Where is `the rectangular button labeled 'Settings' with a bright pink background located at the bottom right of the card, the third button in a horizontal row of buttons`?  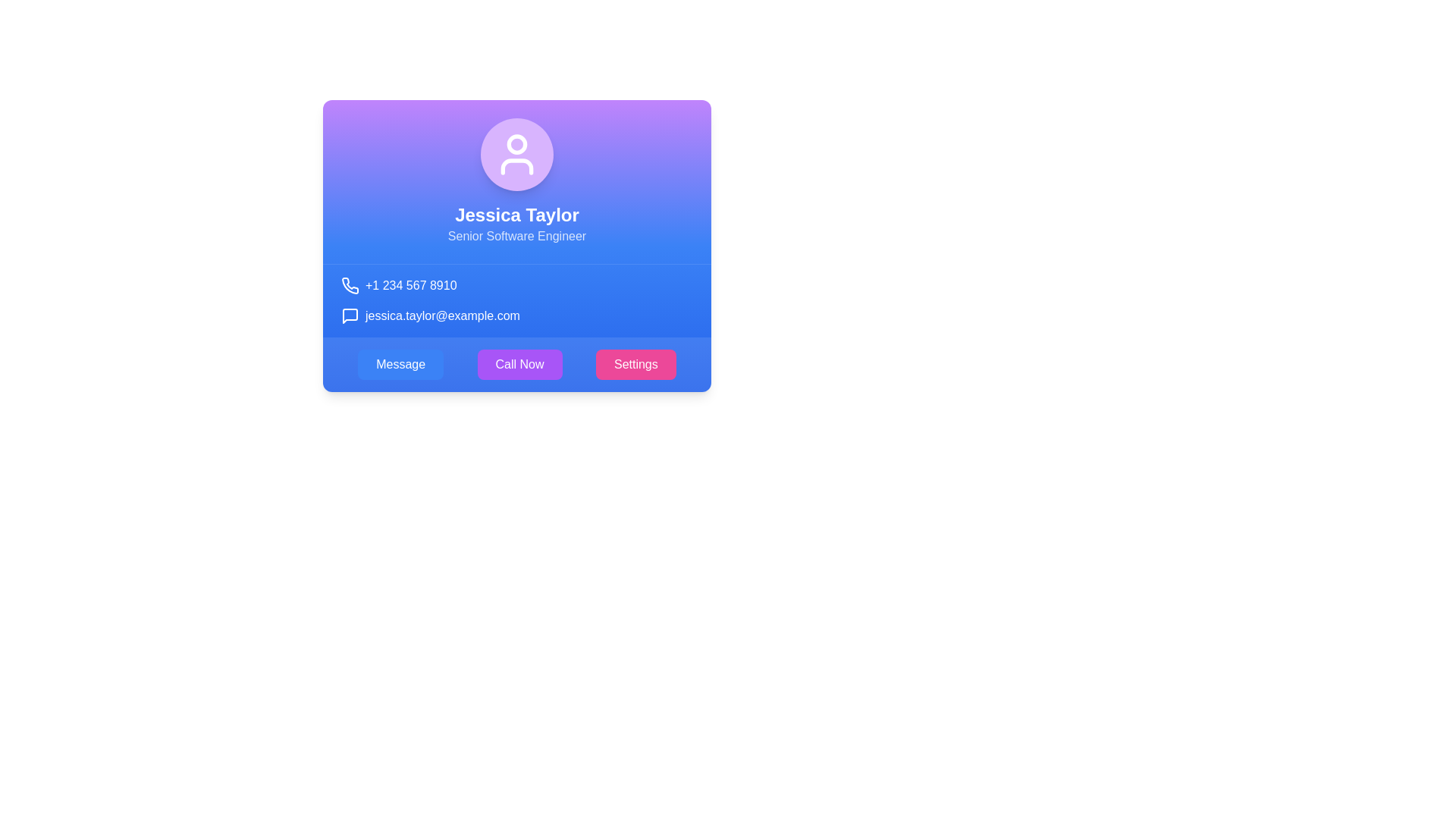 the rectangular button labeled 'Settings' with a bright pink background located at the bottom right of the card, the third button in a horizontal row of buttons is located at coordinates (635, 365).